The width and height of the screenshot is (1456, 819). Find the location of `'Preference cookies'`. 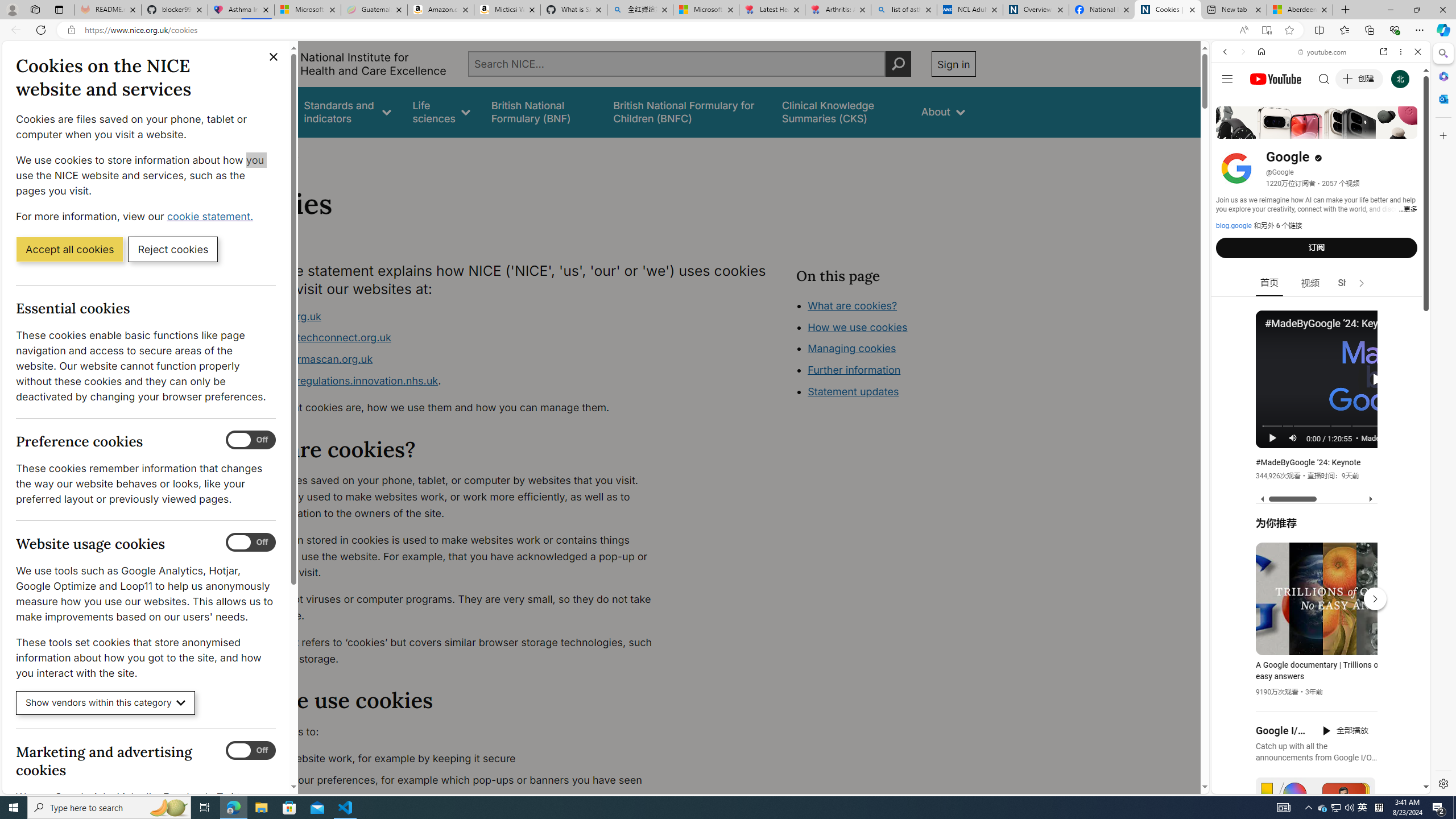

'Preference cookies' is located at coordinates (250, 440).